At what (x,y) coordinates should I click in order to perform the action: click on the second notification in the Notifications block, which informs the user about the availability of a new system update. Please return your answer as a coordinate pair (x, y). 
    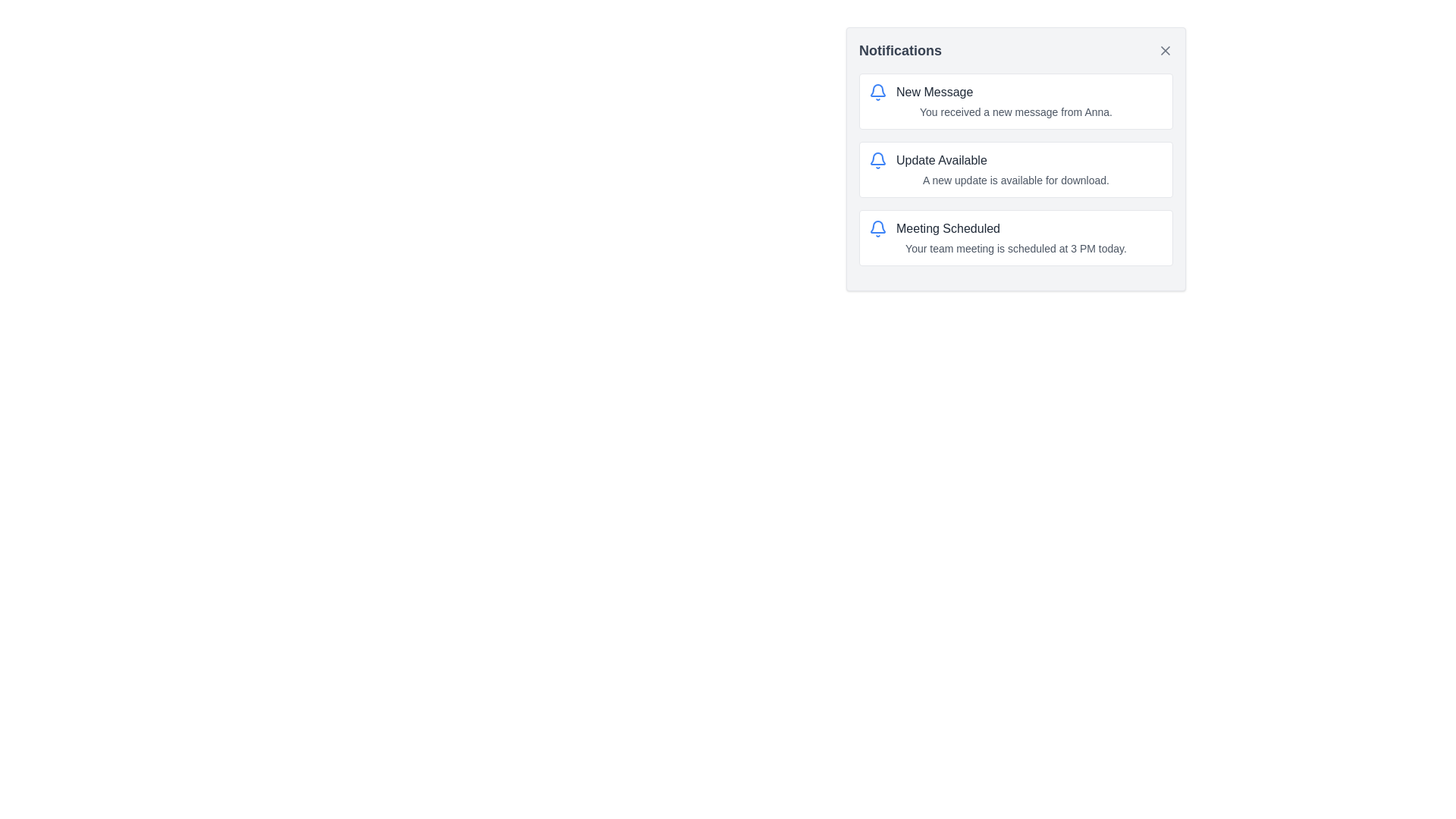
    Looking at the image, I should click on (1015, 169).